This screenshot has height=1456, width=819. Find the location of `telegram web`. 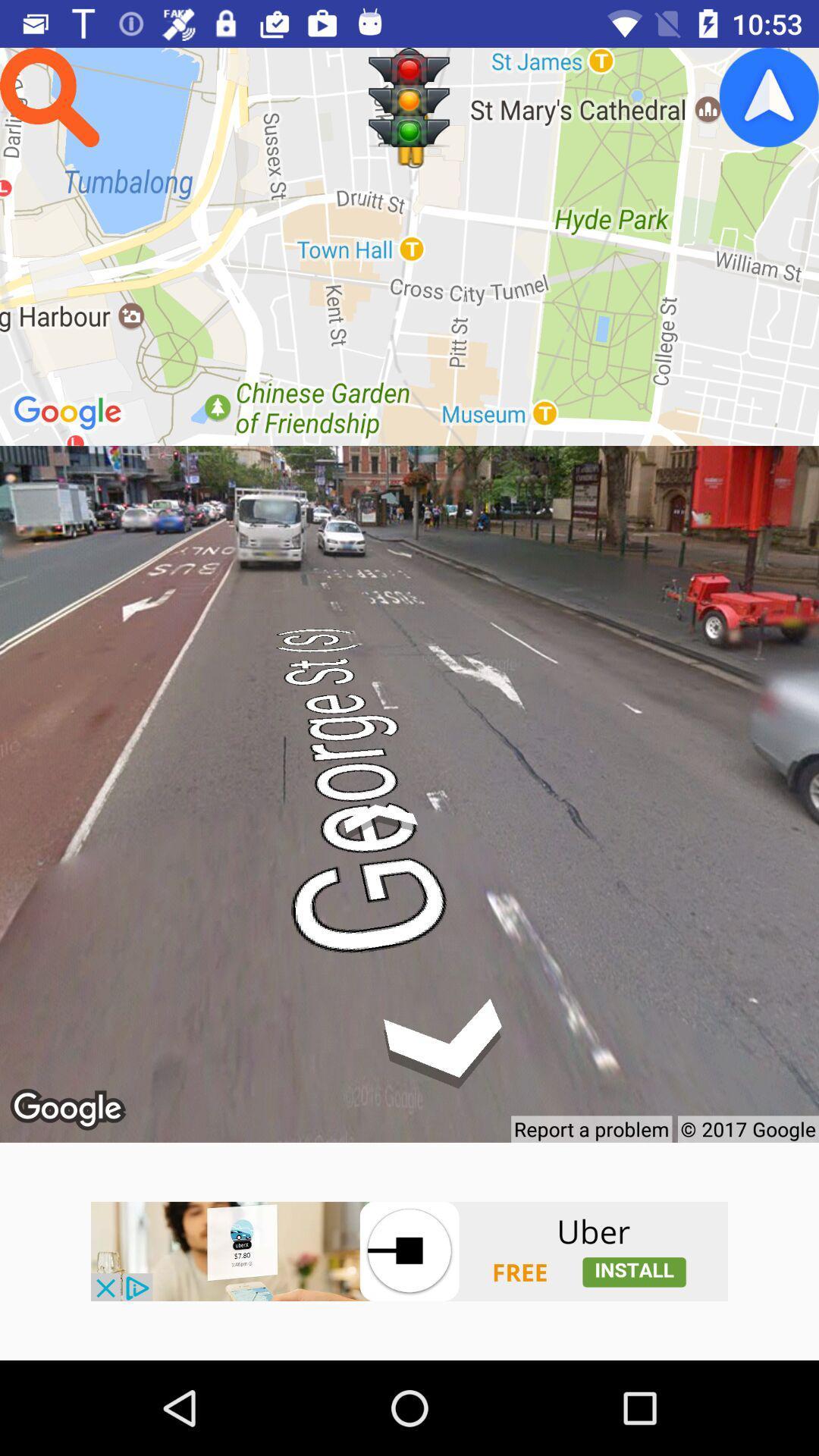

telegram web is located at coordinates (769, 96).